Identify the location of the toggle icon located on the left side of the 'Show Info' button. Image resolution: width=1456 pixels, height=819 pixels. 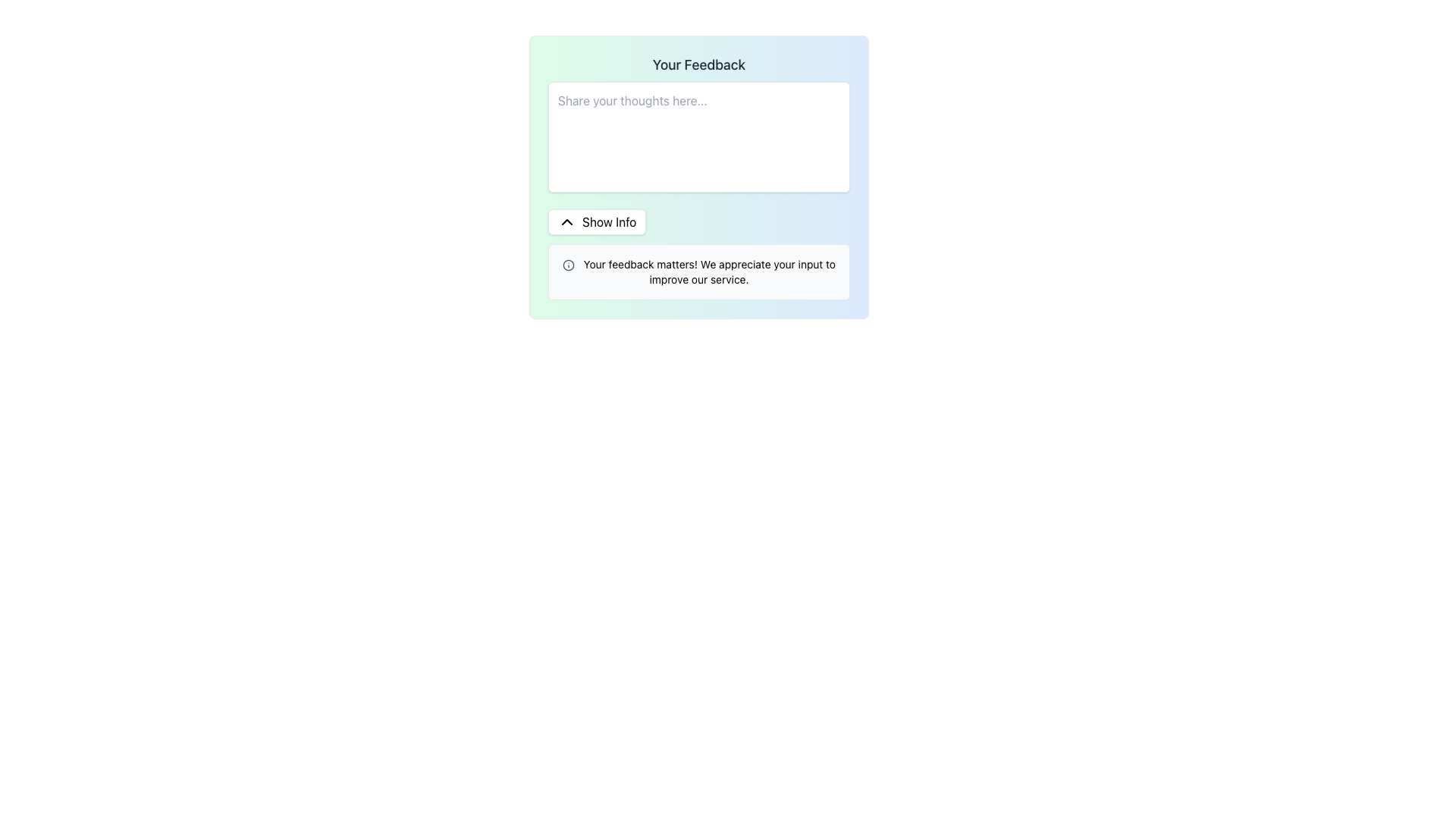
(566, 222).